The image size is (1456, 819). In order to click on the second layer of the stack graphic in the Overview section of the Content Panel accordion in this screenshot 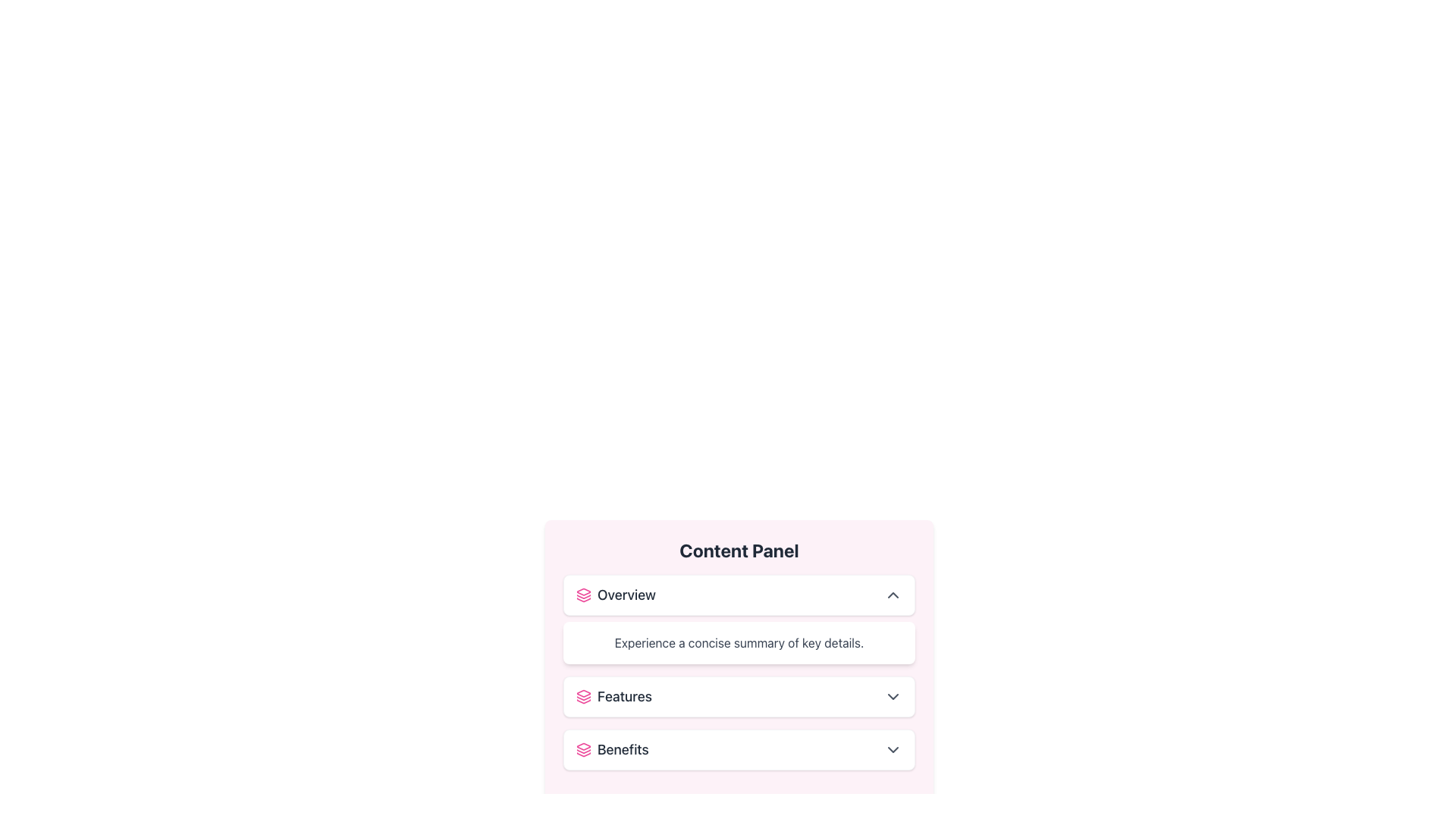, I will do `click(582, 596)`.